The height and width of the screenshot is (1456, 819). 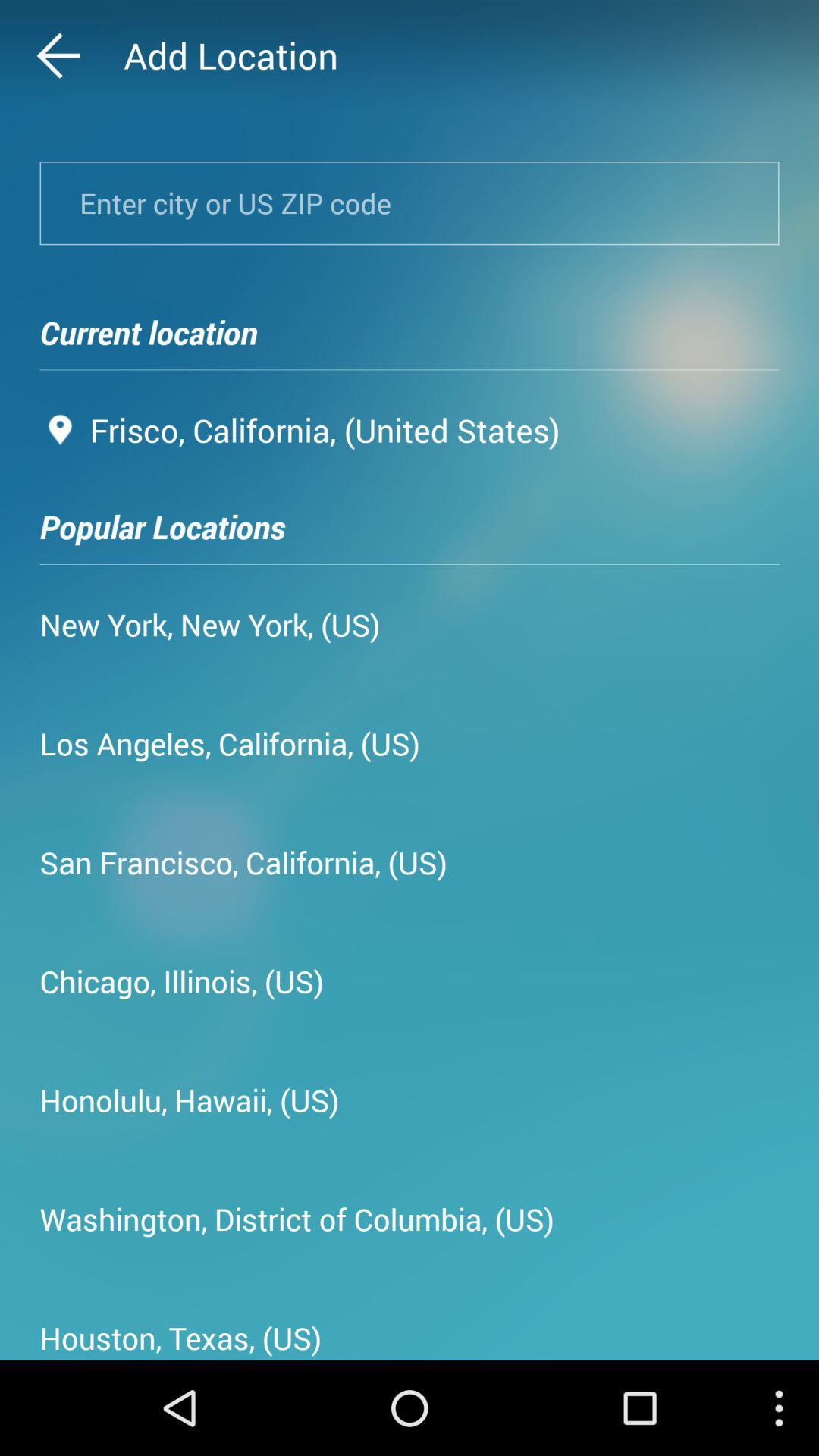 I want to click on the app above the los angeles california, so click(x=210, y=624).